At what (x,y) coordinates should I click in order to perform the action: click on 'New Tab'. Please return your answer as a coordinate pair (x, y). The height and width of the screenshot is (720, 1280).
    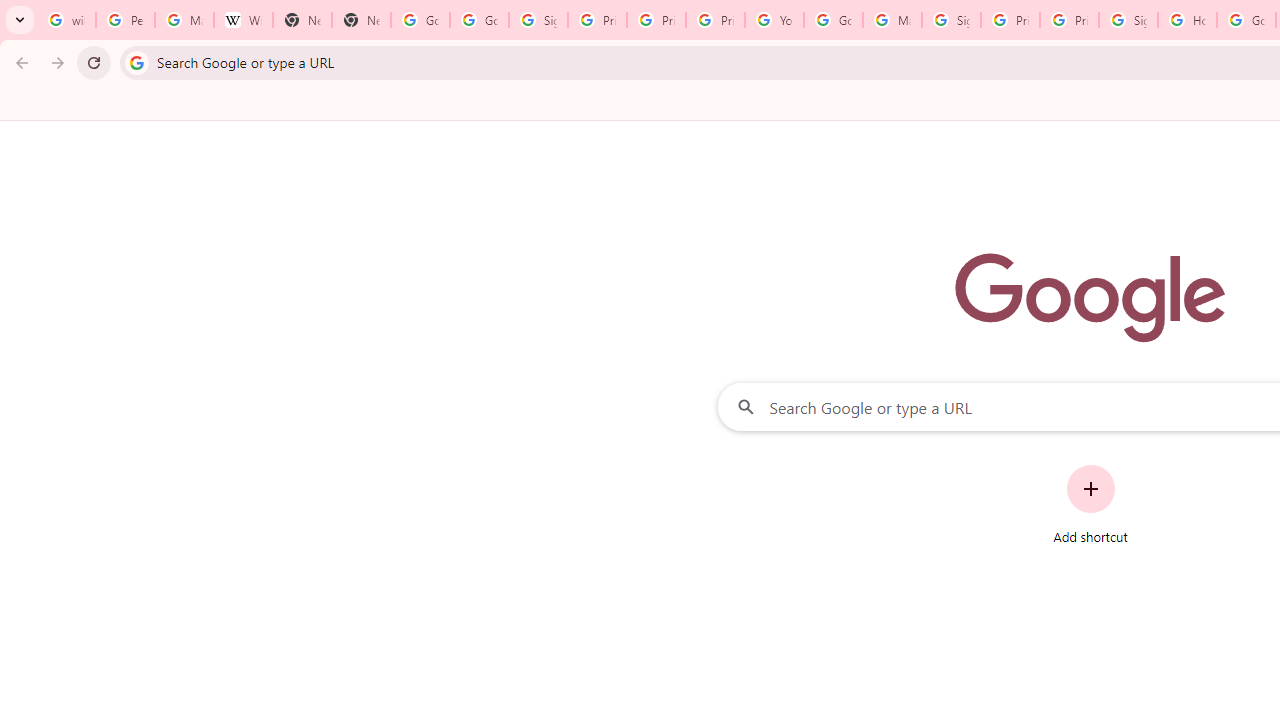
    Looking at the image, I should click on (301, 20).